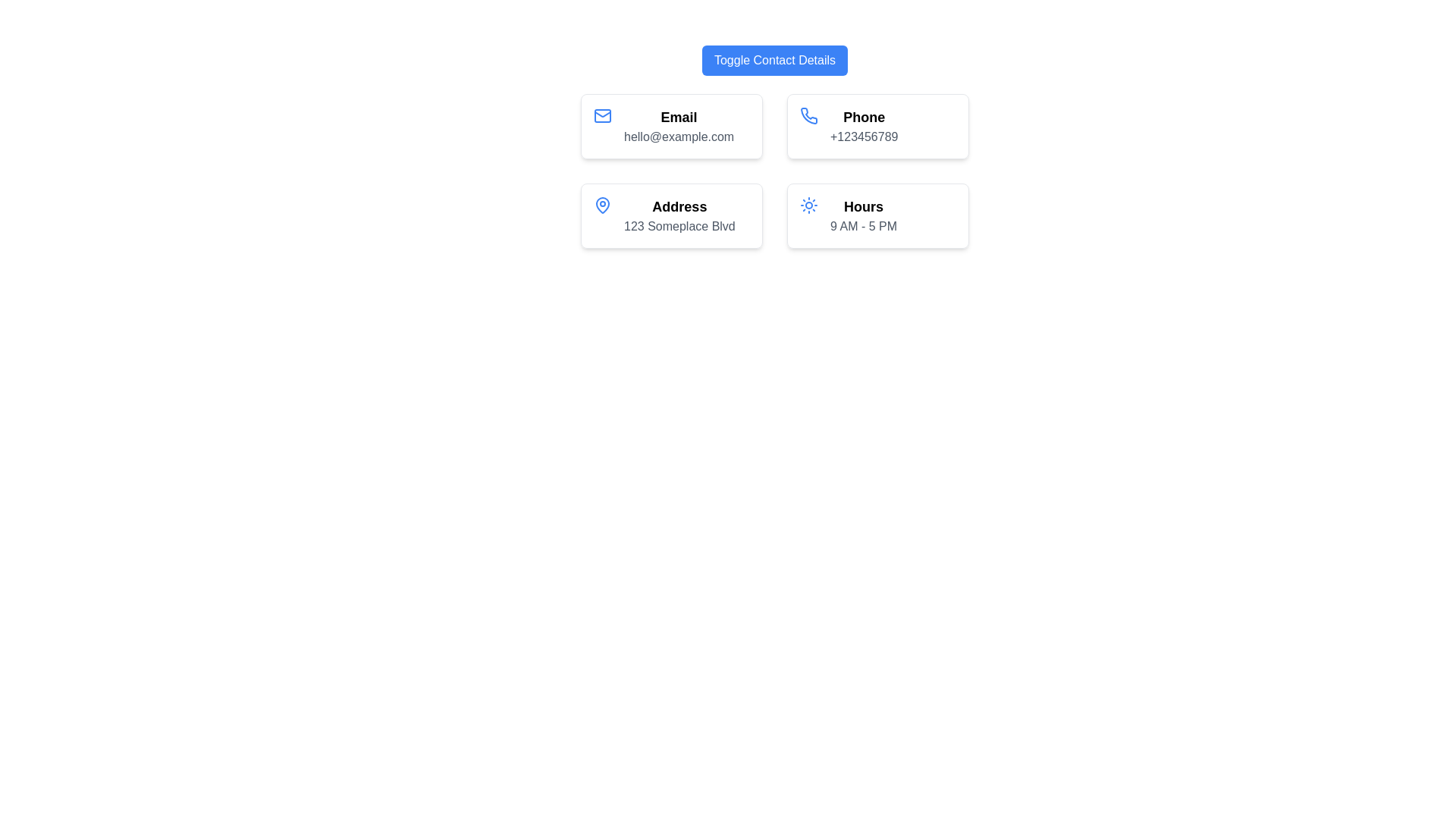 The width and height of the screenshot is (1456, 819). What do you see at coordinates (808, 115) in the screenshot?
I see `the phone contact icon located in the top-right quadrant of the contact details interface, which symbolizes the communication method` at bounding box center [808, 115].